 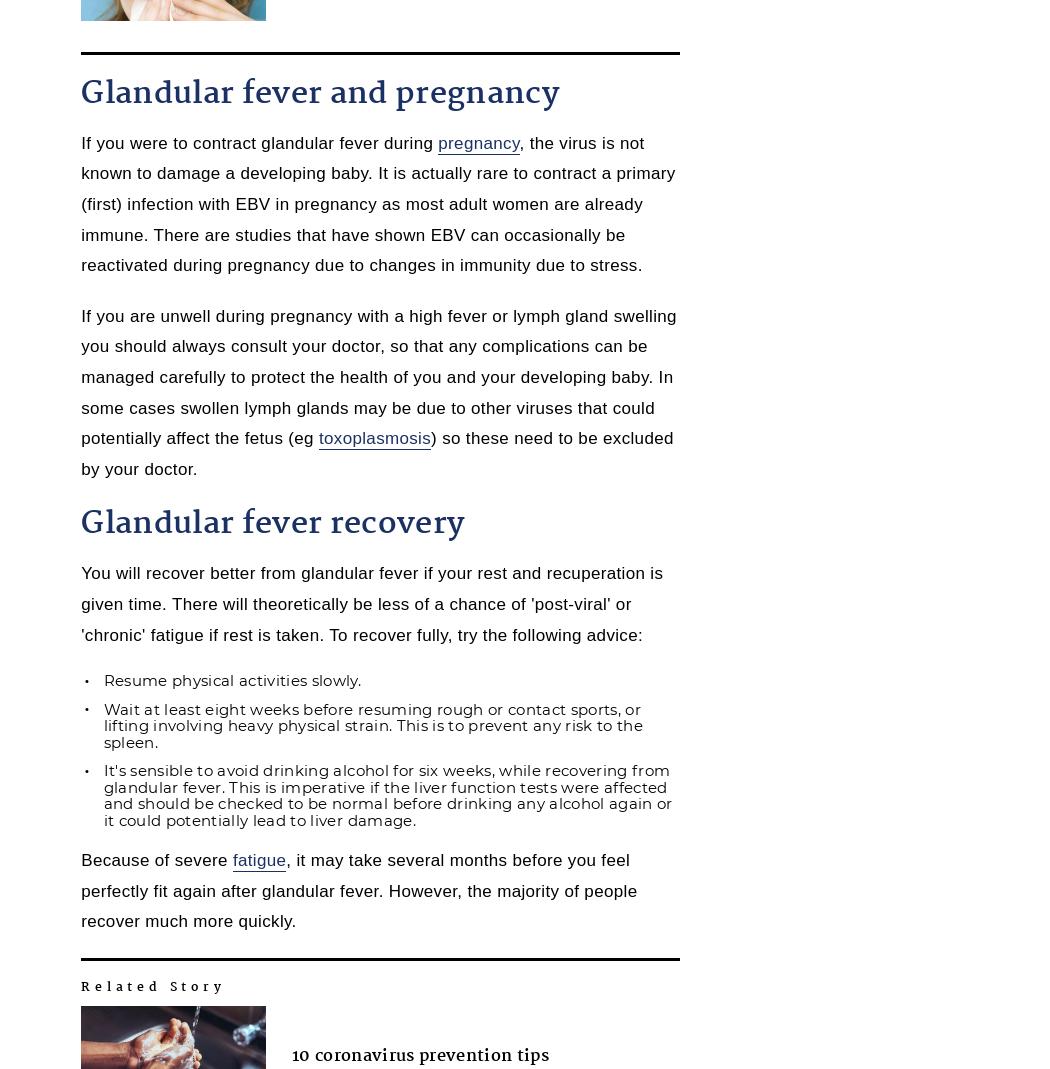 What do you see at coordinates (376, 452) in the screenshot?
I see `') so these need to be excluded by your doctor.'` at bounding box center [376, 452].